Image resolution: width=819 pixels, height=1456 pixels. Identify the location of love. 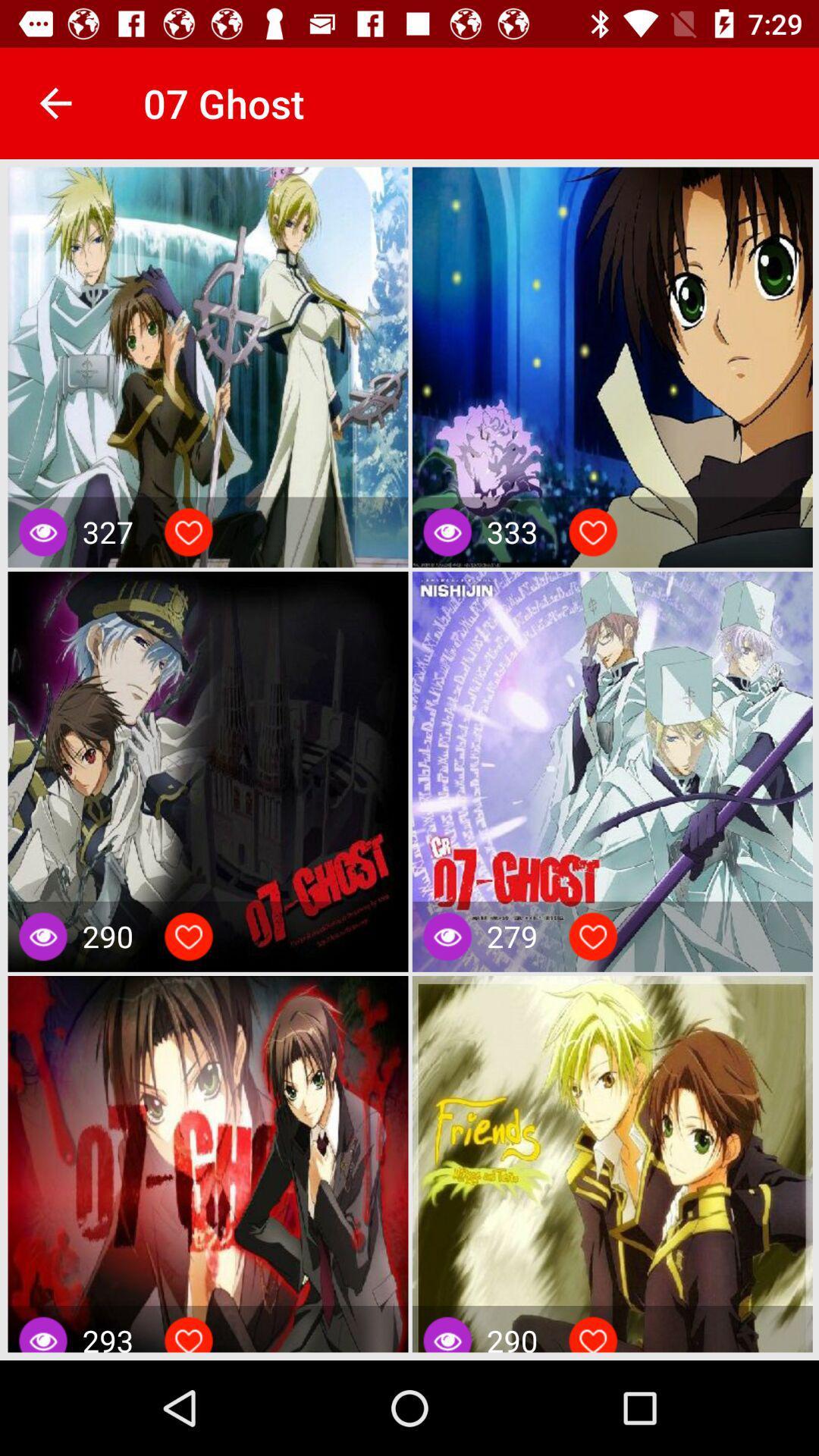
(188, 532).